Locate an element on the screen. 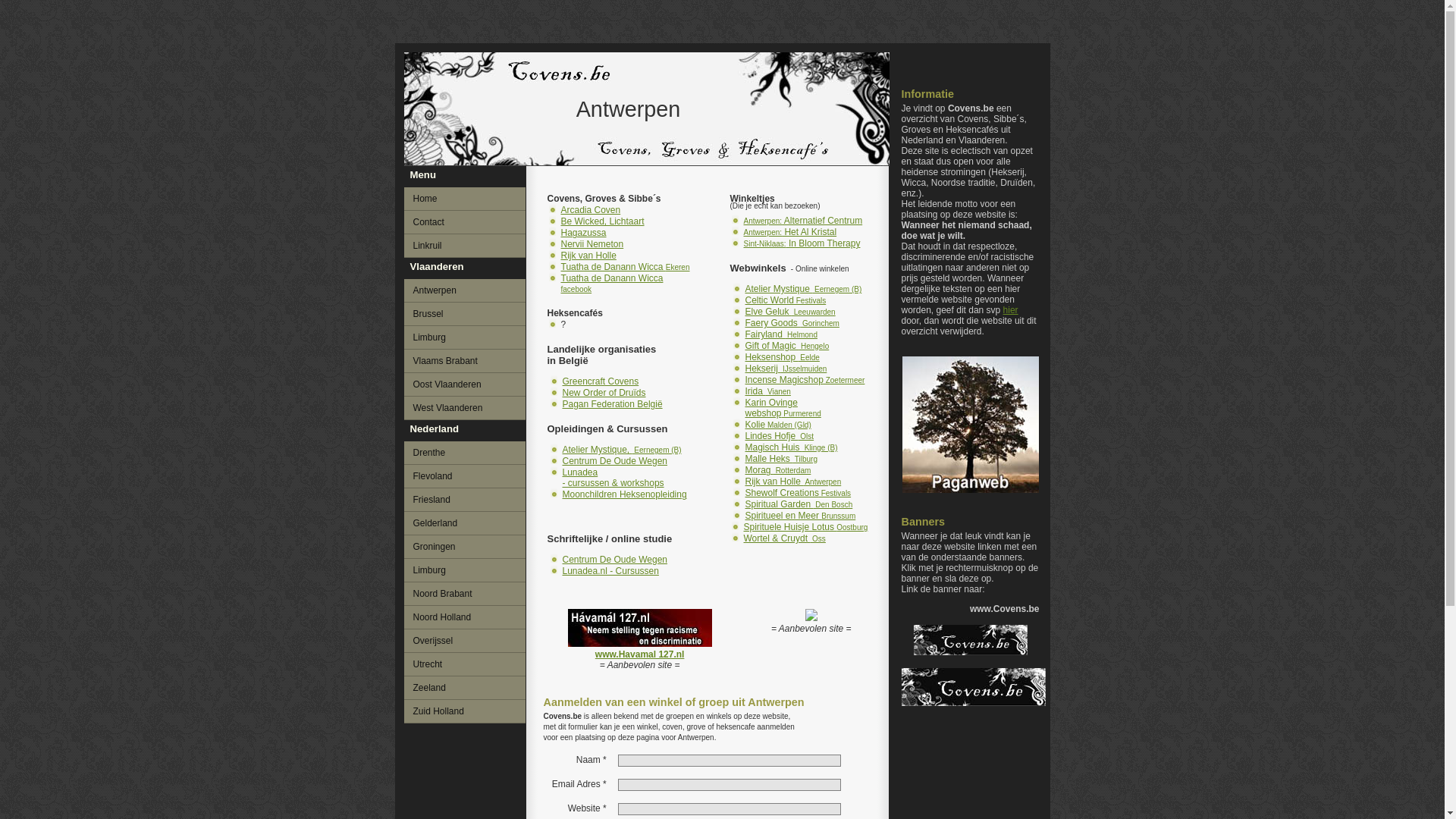 Image resolution: width=1456 pixels, height=819 pixels. 'Gift of Magic  Hengelo' is located at coordinates (745, 345).